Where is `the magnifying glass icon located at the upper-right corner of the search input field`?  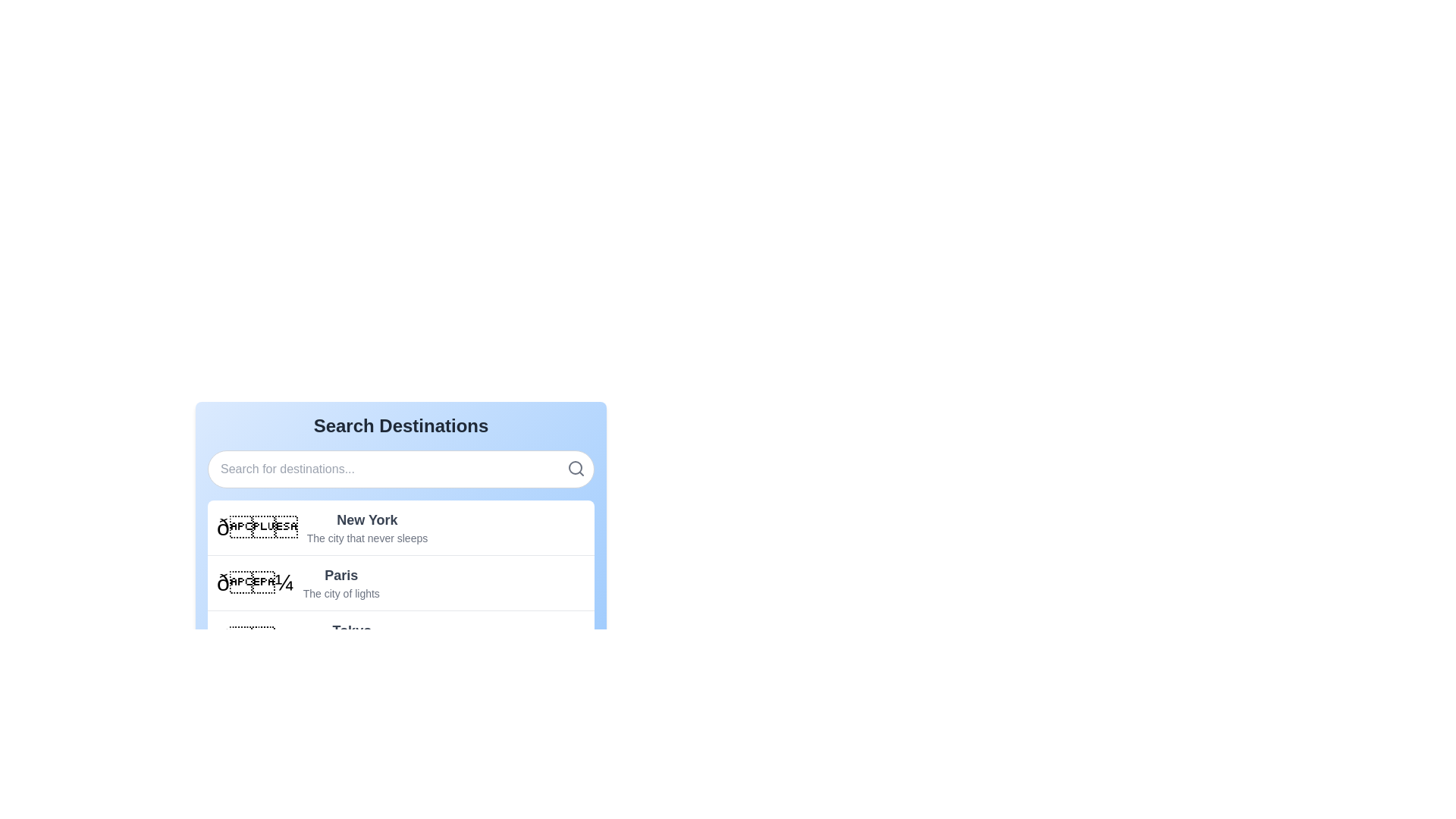
the magnifying glass icon located at the upper-right corner of the search input field is located at coordinates (575, 467).